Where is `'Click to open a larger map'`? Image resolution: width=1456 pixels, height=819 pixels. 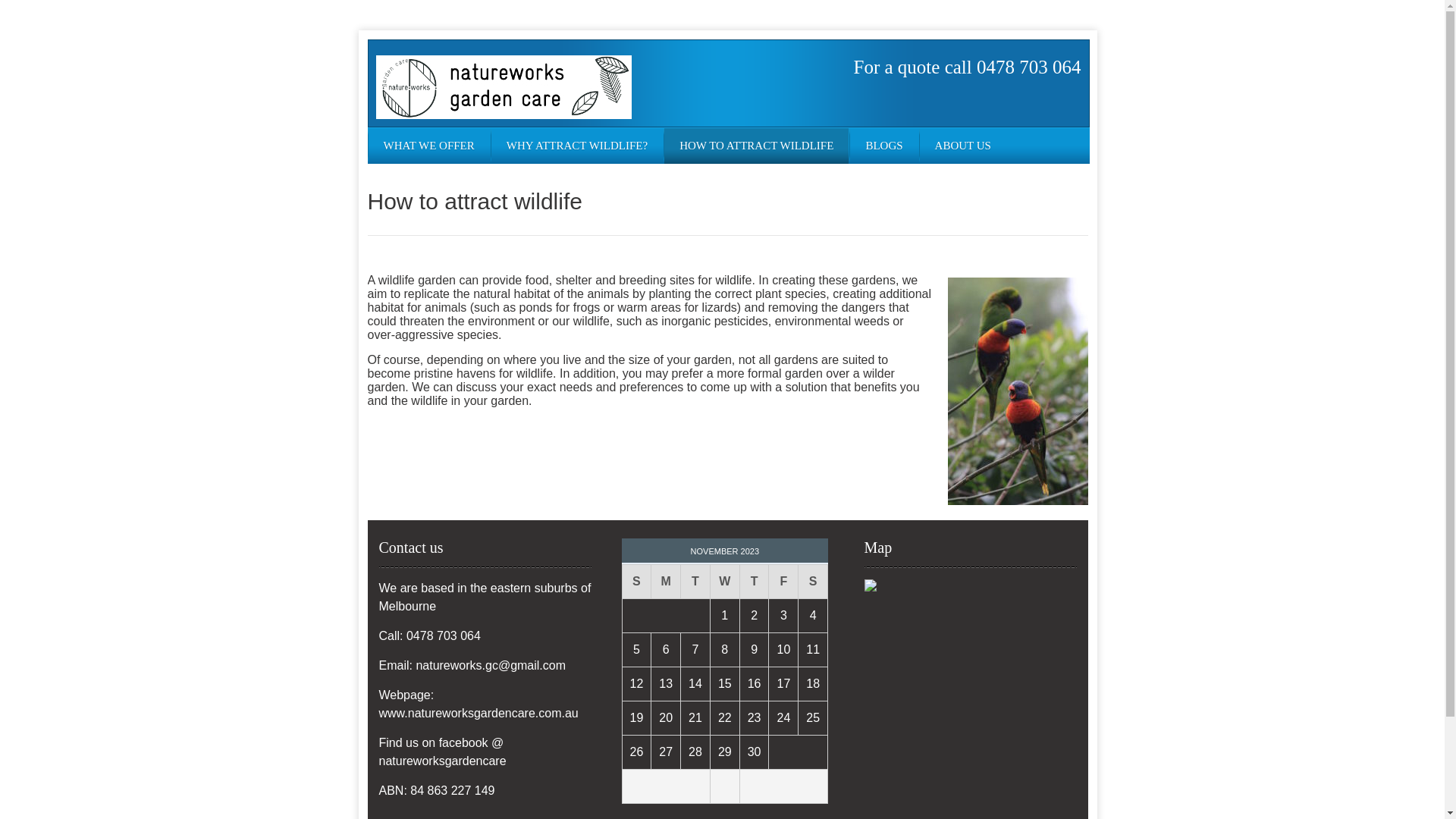
'Click to open a larger map' is located at coordinates (870, 584).